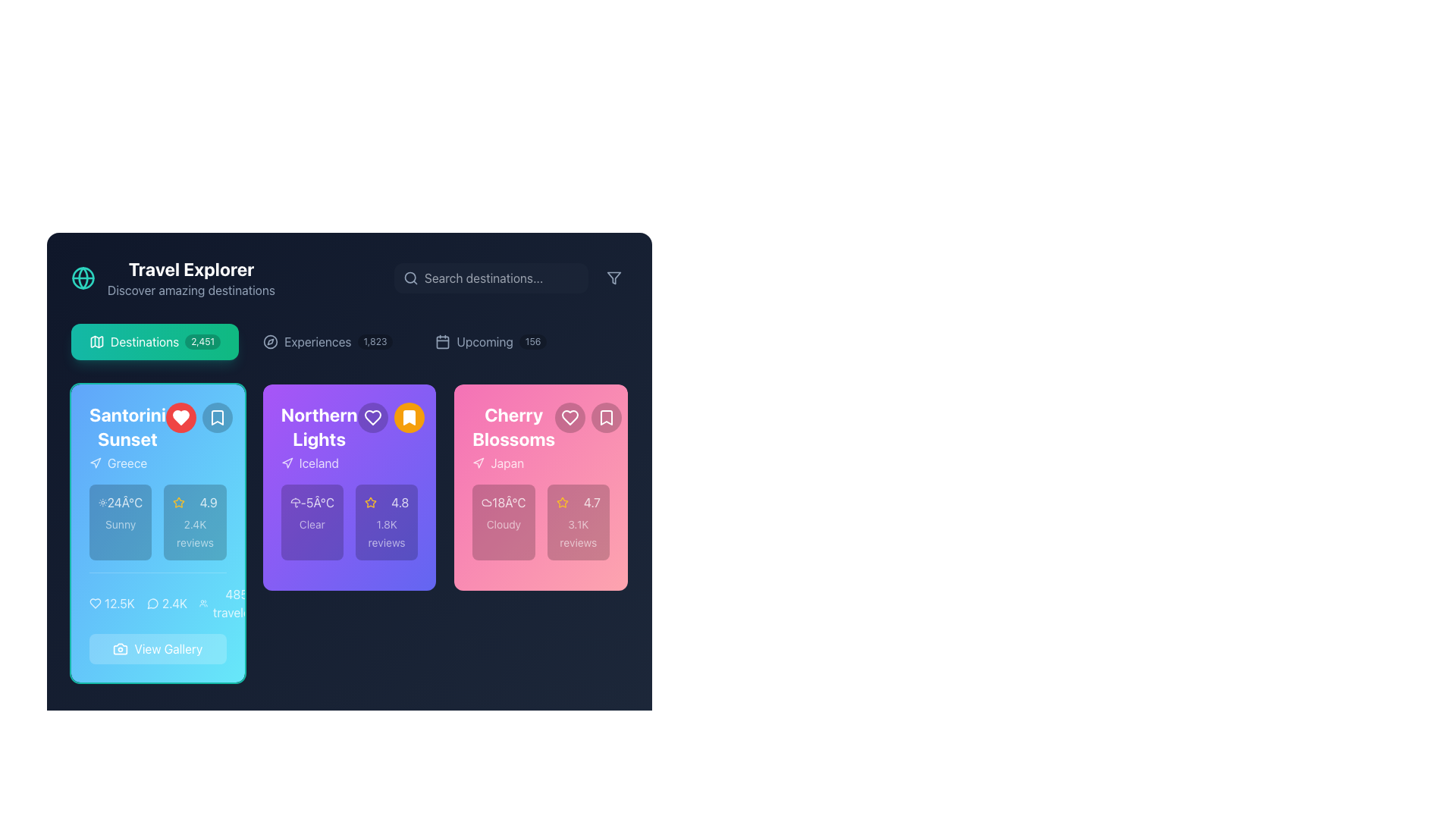 The width and height of the screenshot is (1456, 819). What do you see at coordinates (96, 342) in the screenshot?
I see `the visual style of the small, square map icon that is styled as an SVG graphic, located beside the text label 'Destinations'` at bounding box center [96, 342].